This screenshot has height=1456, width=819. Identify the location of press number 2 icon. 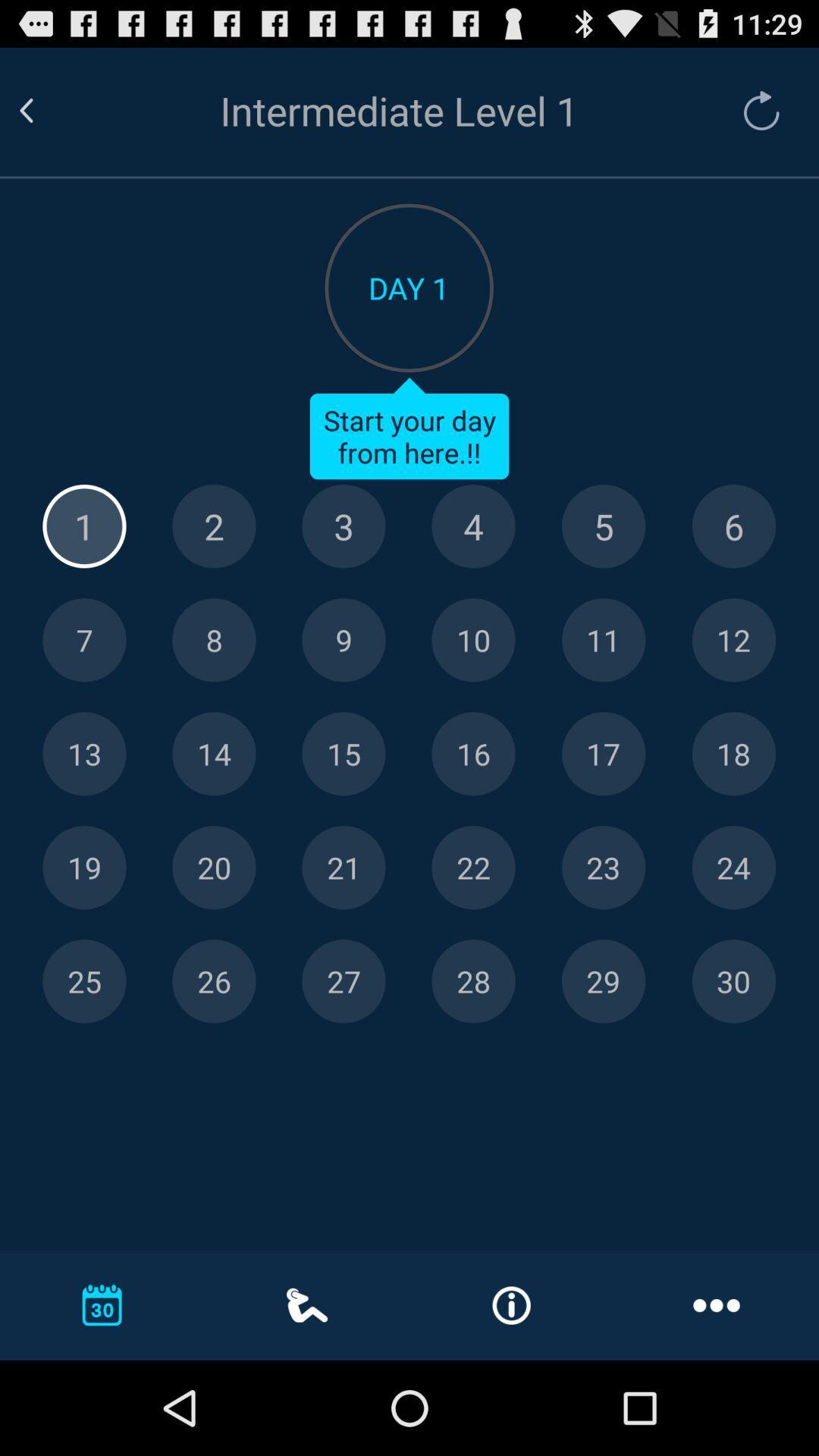
(214, 526).